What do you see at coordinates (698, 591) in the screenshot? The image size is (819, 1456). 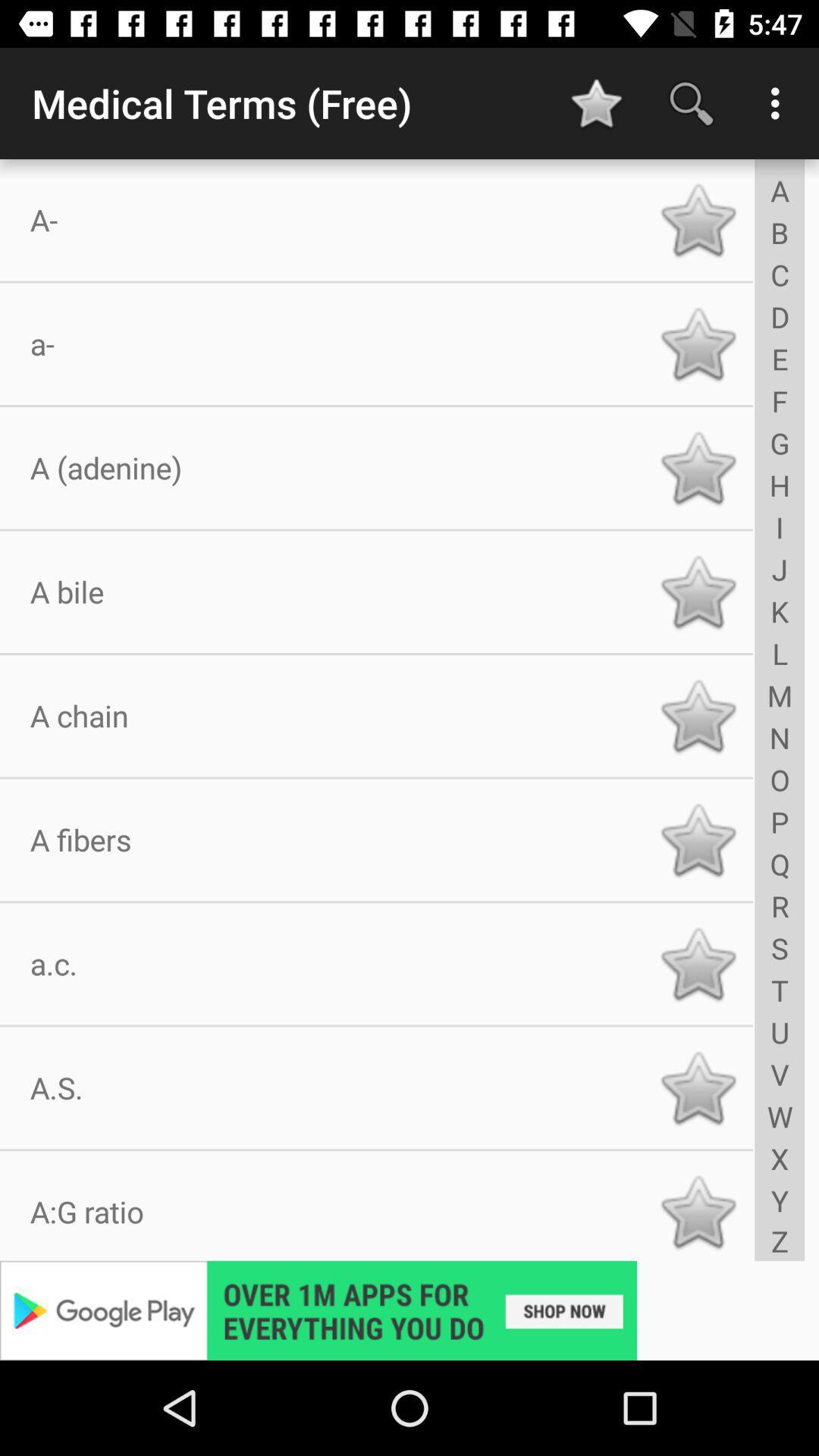 I see `see medical terms listing for a bile` at bounding box center [698, 591].